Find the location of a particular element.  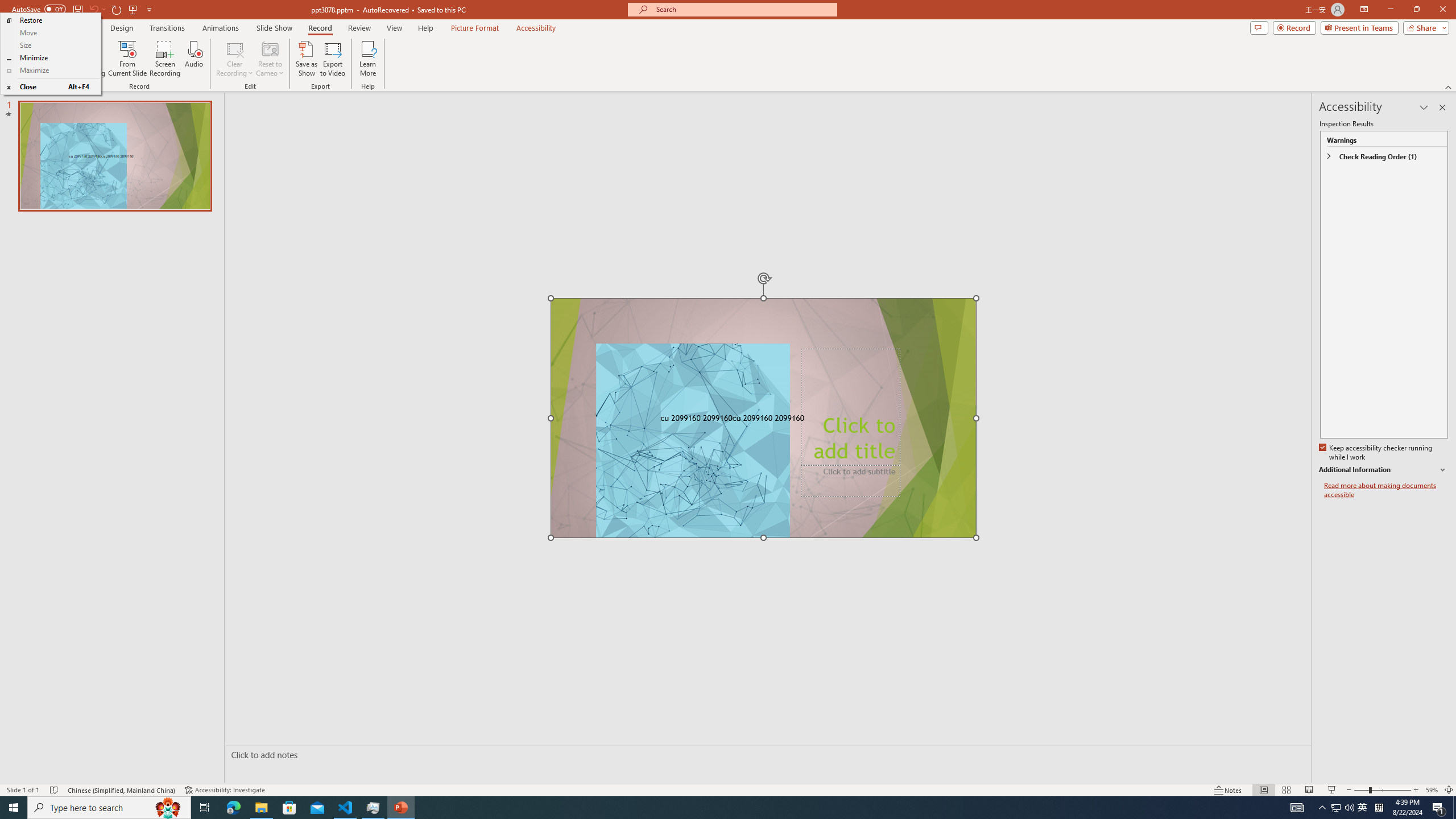

'Zoom 59%' is located at coordinates (1431, 790).